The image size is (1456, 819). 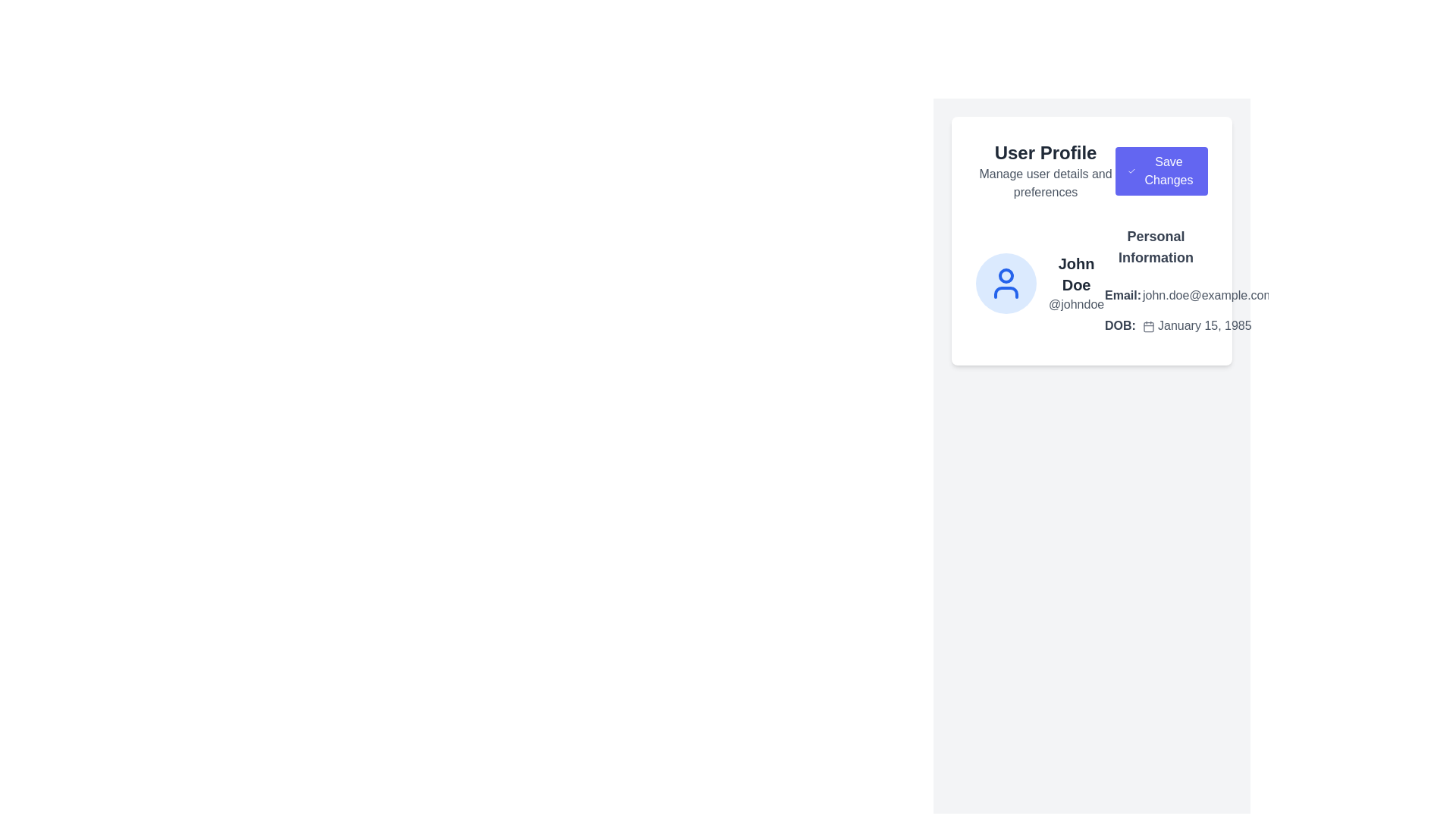 I want to click on the 'Personal Information' text header element, which is located in the user profile card beneath 'John Doe' and above the email address, so click(x=1155, y=246).